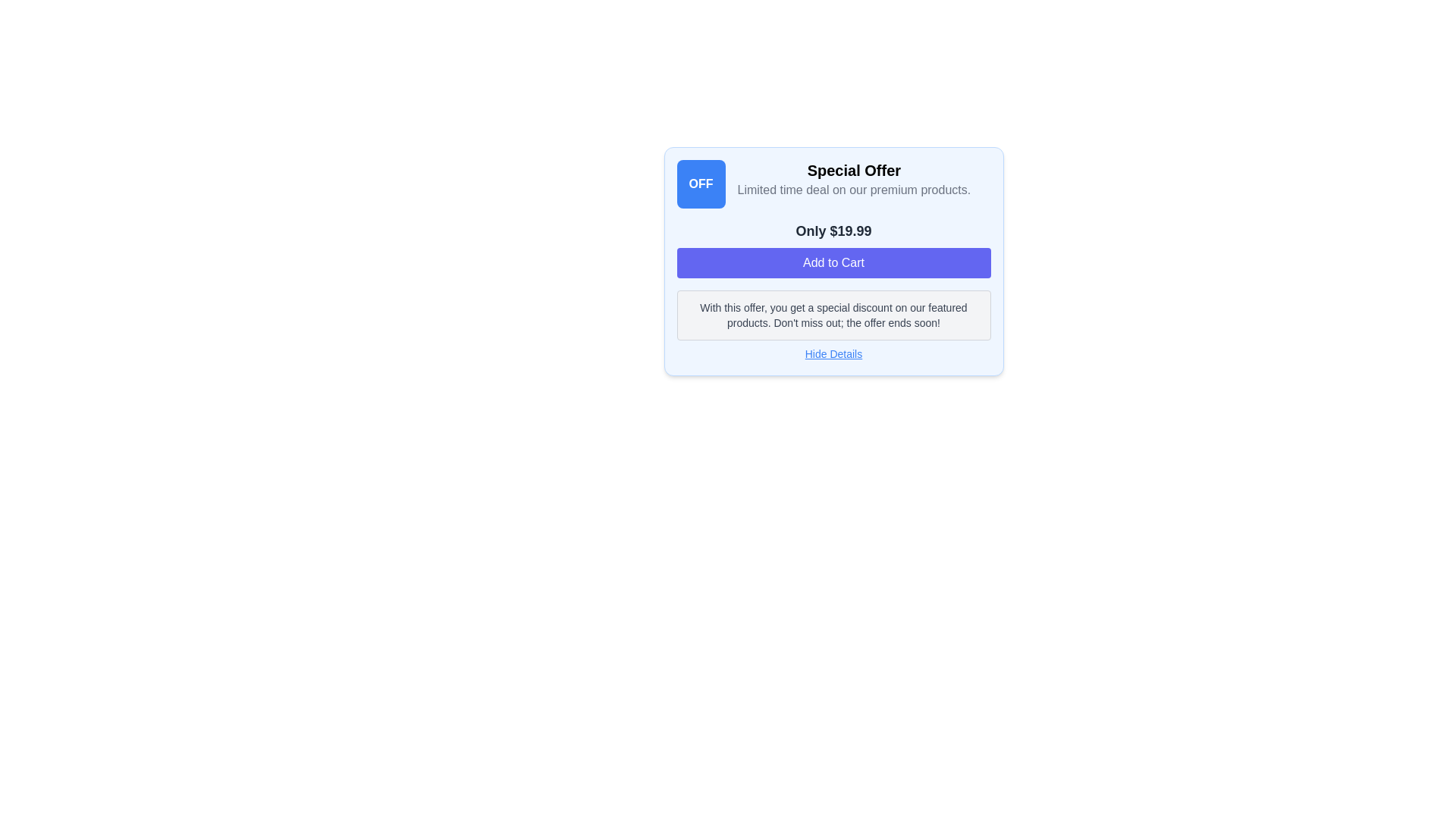 The width and height of the screenshot is (1456, 819). What do you see at coordinates (854, 170) in the screenshot?
I see `bold text label 'Special Offer' which is prominently displayed as a heading in the promotional card` at bounding box center [854, 170].